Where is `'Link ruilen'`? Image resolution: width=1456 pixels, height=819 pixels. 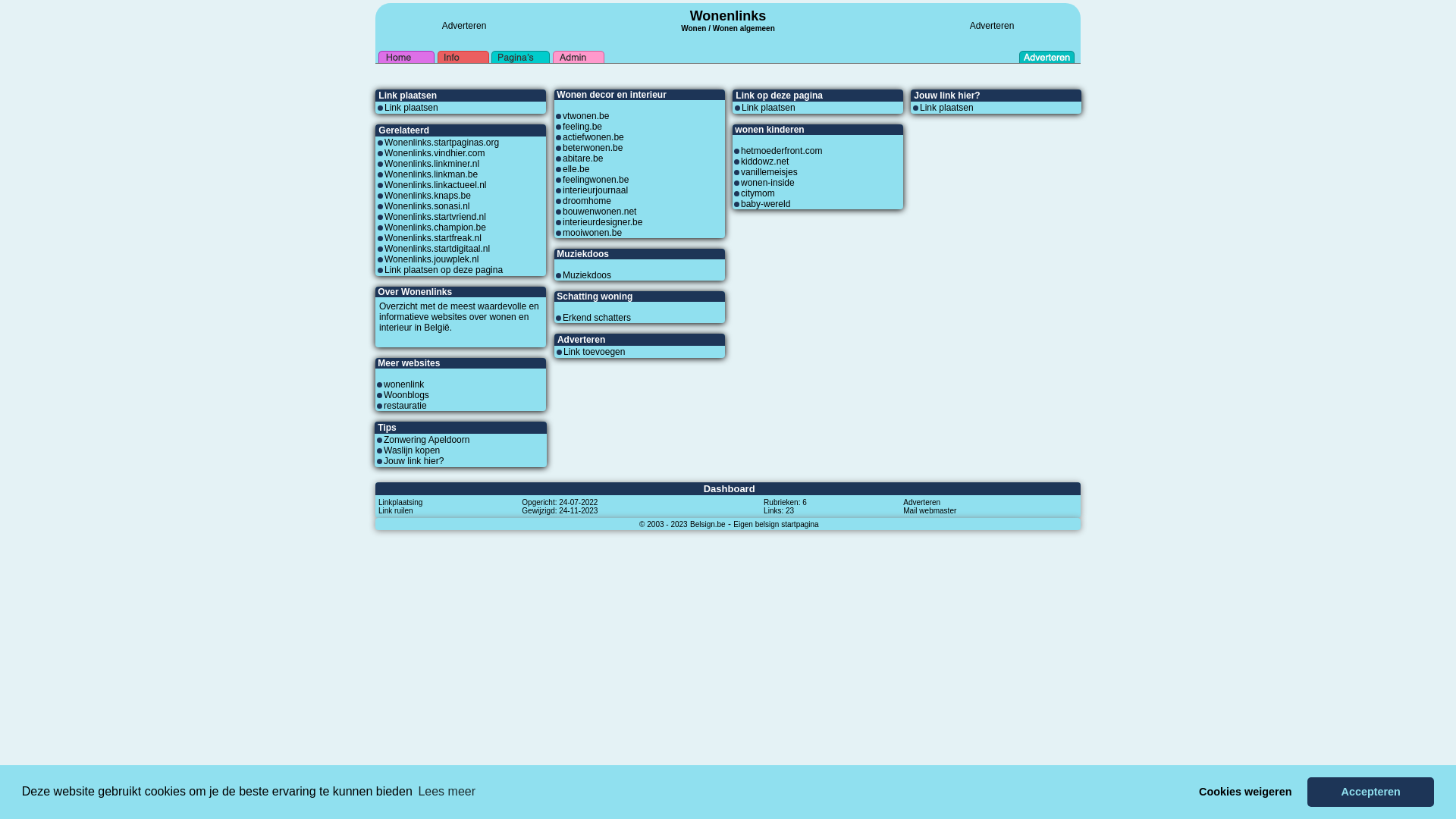 'Link ruilen' is located at coordinates (396, 510).